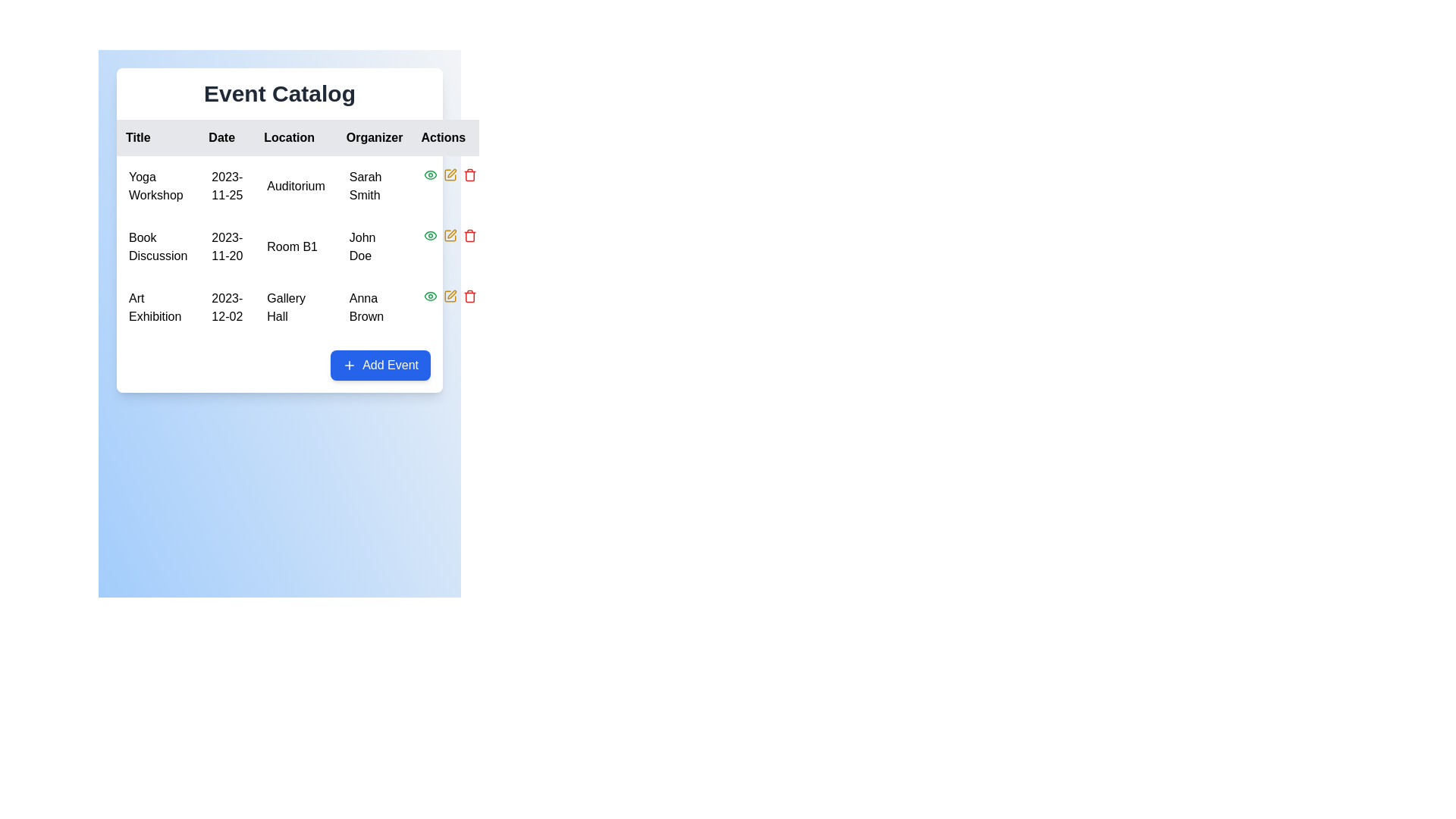 Image resolution: width=1456 pixels, height=819 pixels. What do you see at coordinates (430, 236) in the screenshot?
I see `the eye-shaped icon in the last column of the 'Art Exhibition' row in the 'Actions' section of the table` at bounding box center [430, 236].